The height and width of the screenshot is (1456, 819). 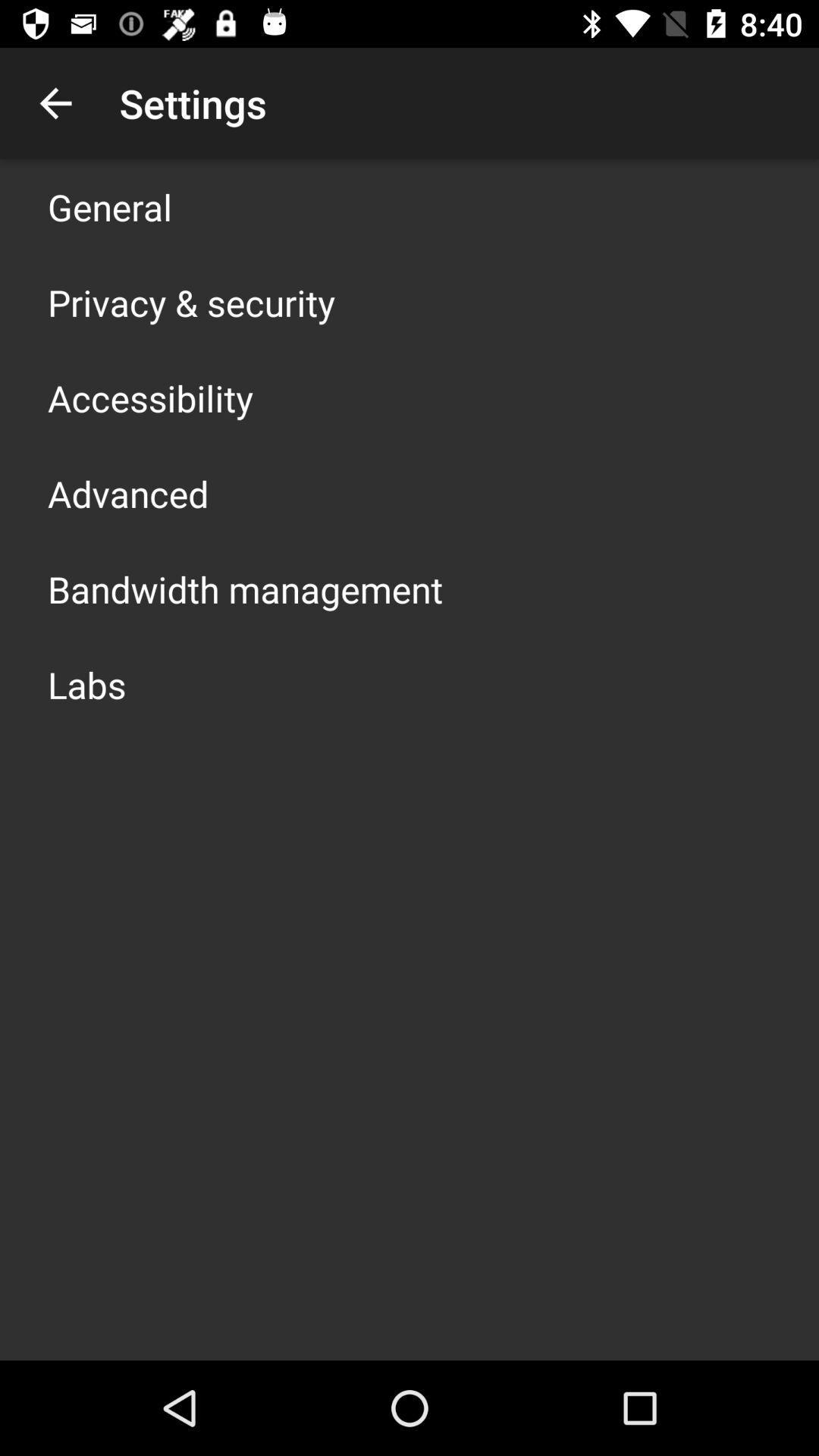 I want to click on labs app, so click(x=86, y=683).